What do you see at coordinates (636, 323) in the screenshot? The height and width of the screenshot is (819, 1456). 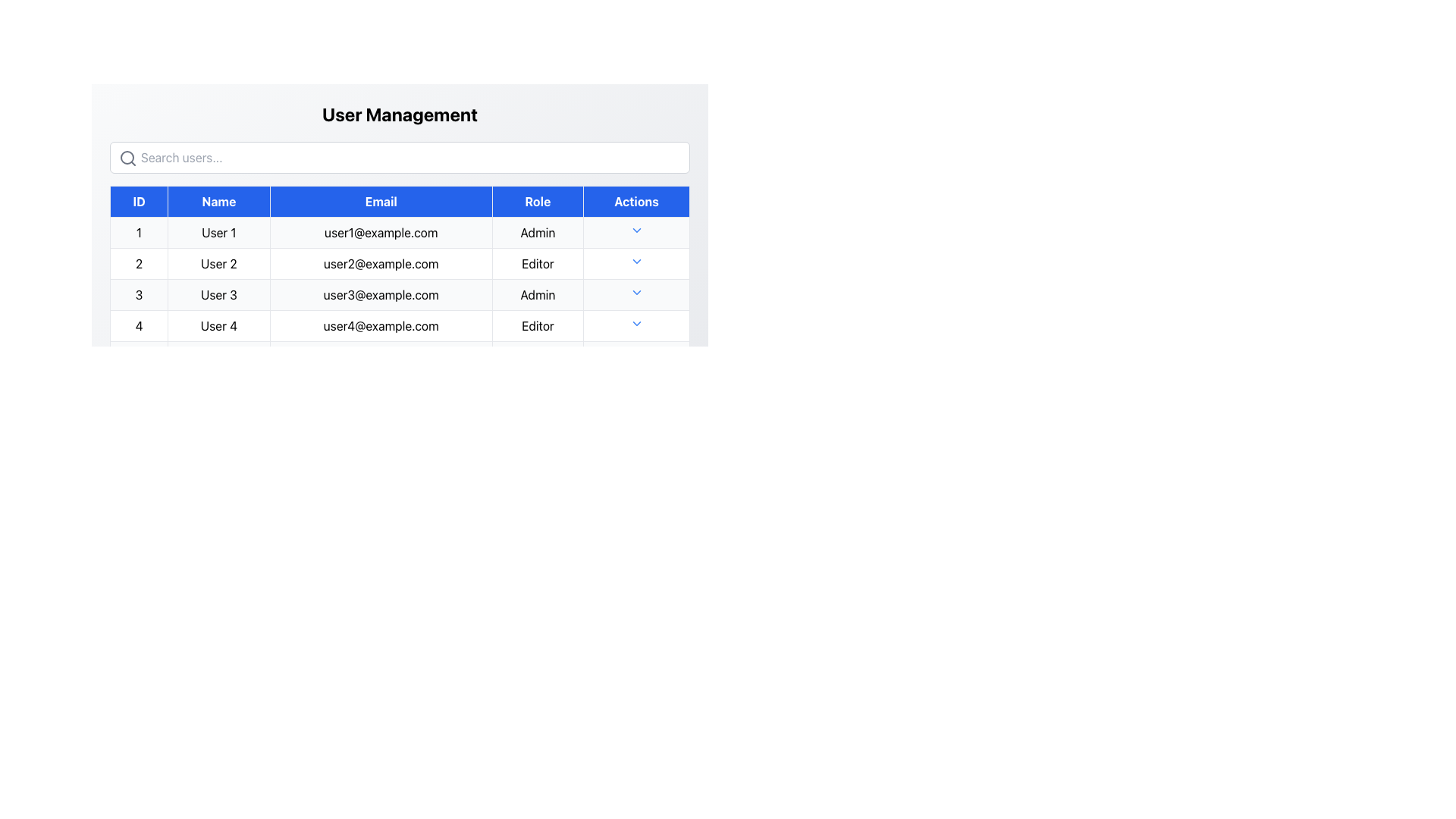 I see `the blue chevron-down icon button located in the 'Actions' column of the last row in the table` at bounding box center [636, 323].